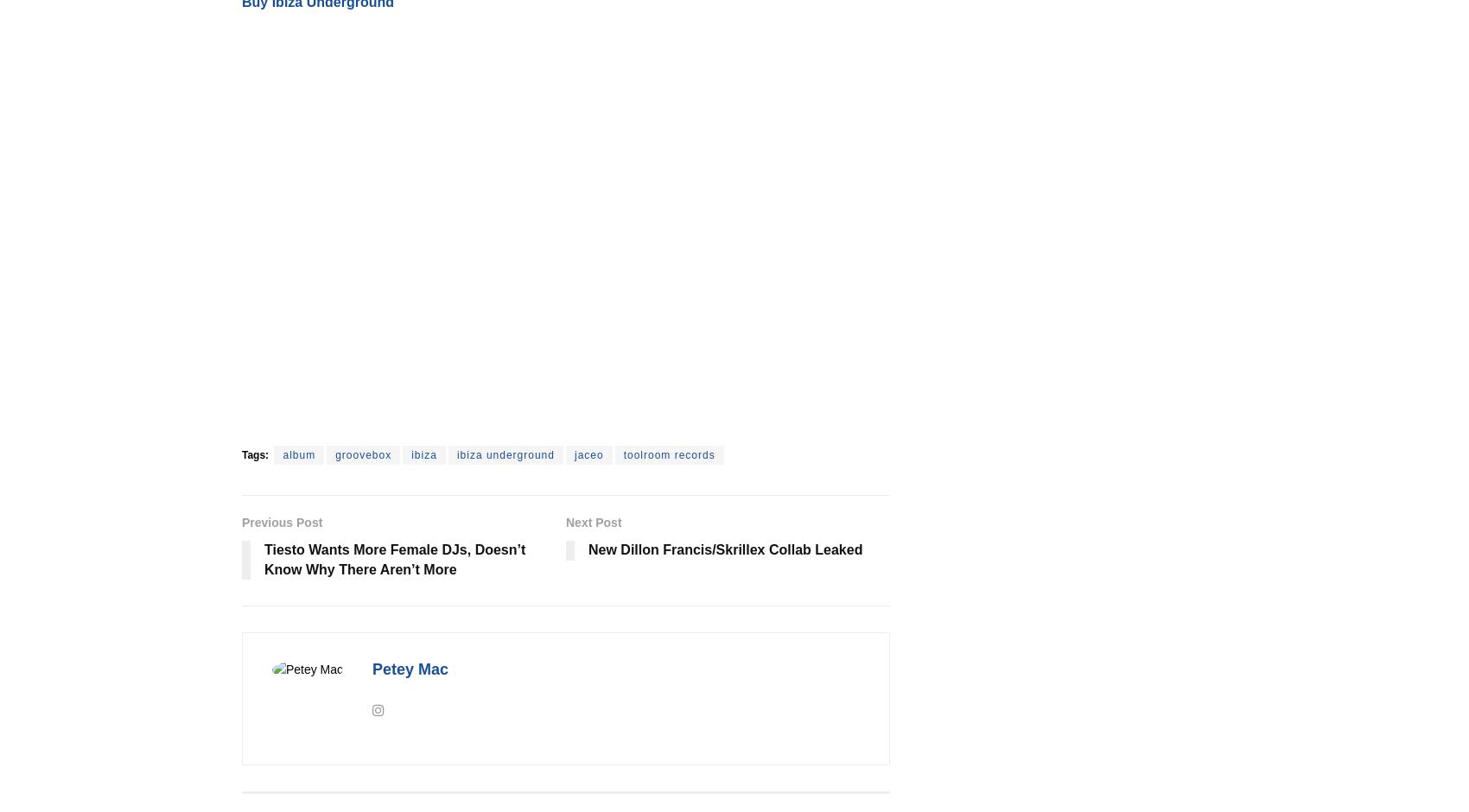  Describe the element at coordinates (410, 669) in the screenshot. I see `'Petey Mac'` at that location.